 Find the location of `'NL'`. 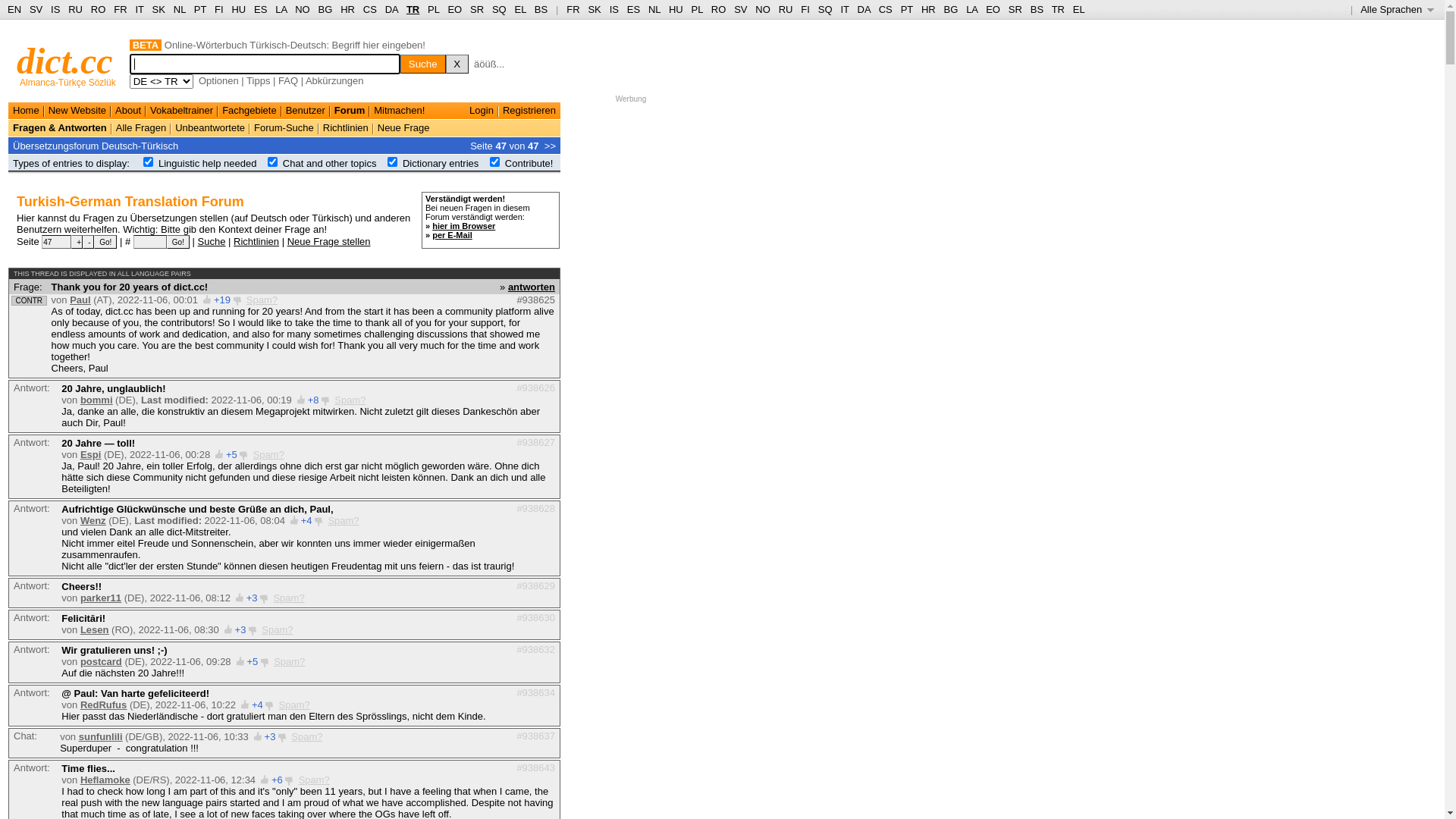

'NL' is located at coordinates (174, 9).